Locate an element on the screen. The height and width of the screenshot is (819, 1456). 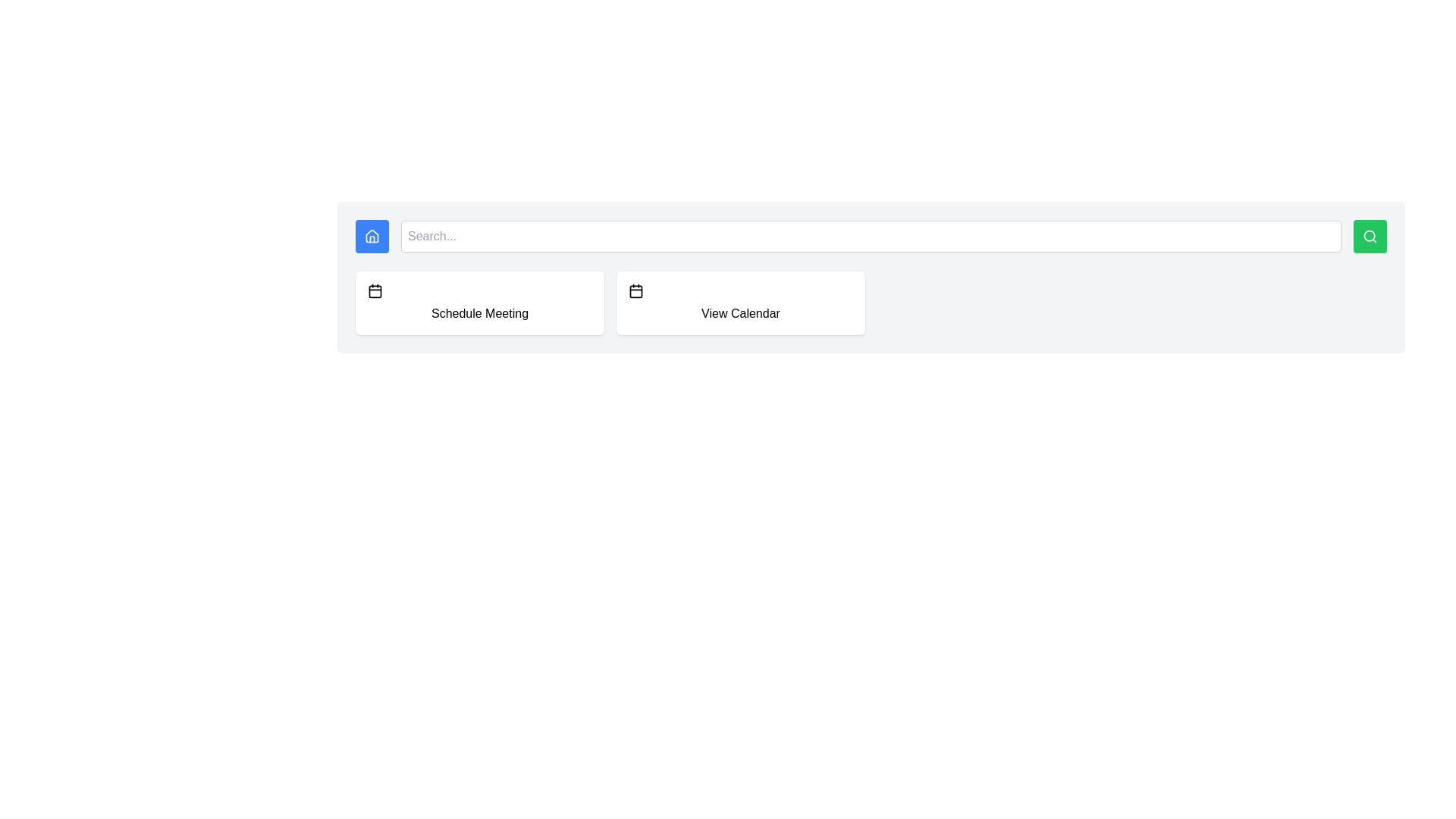
the navigation button located at the top-left corner of the interface is located at coordinates (372, 237).